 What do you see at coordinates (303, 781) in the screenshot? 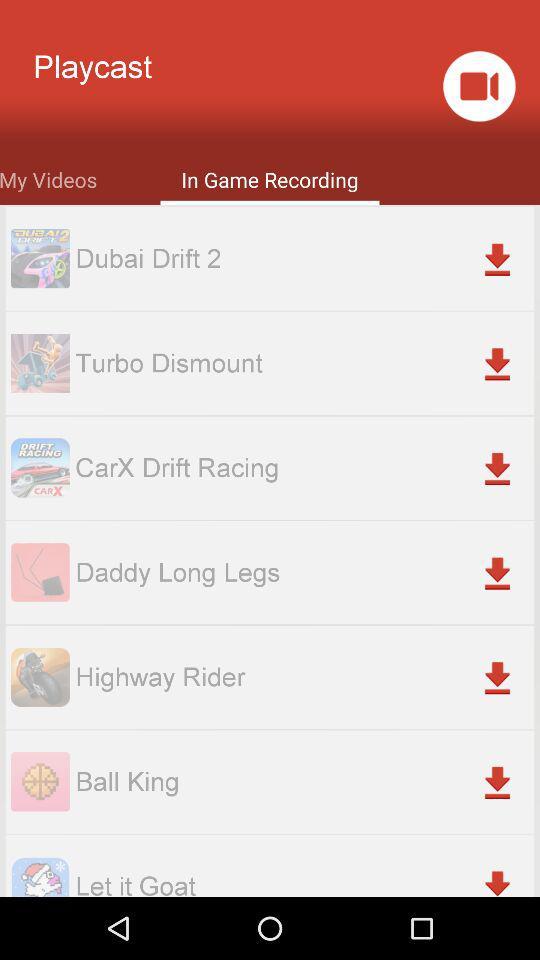
I see `ball king item` at bounding box center [303, 781].